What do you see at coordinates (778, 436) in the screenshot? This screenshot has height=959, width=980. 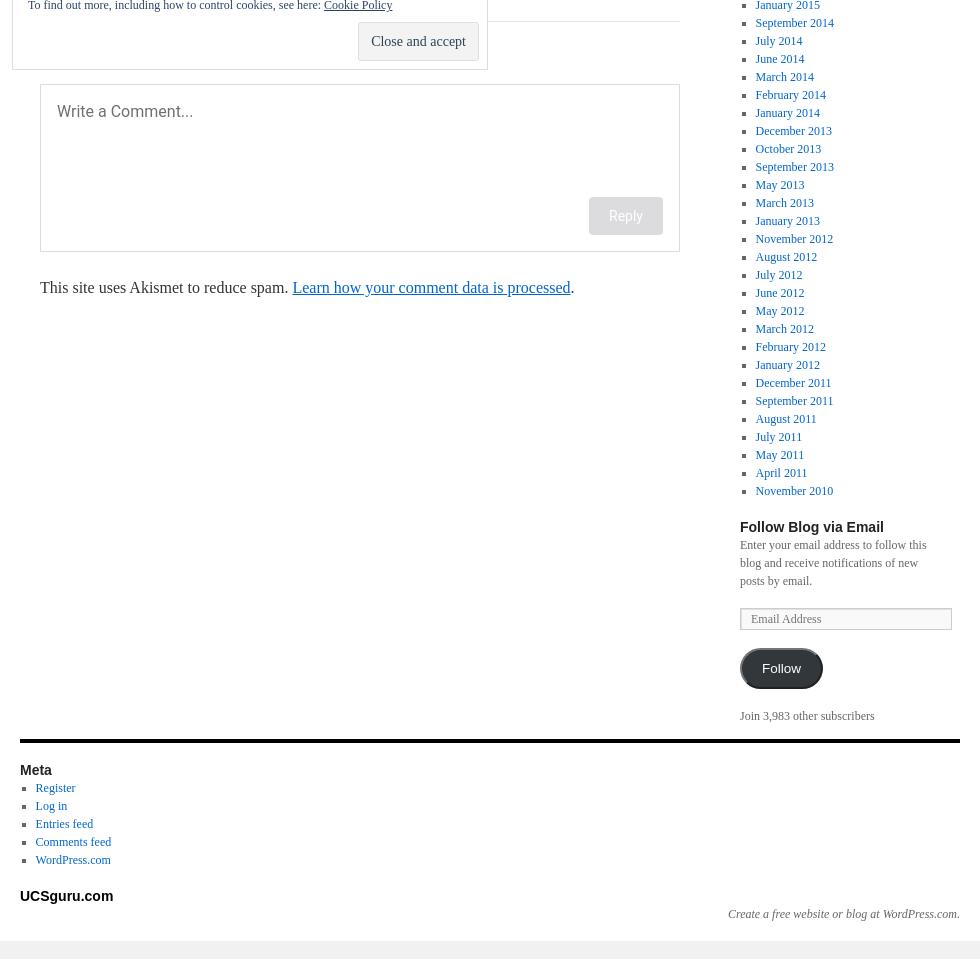 I see `'July 2011'` at bounding box center [778, 436].